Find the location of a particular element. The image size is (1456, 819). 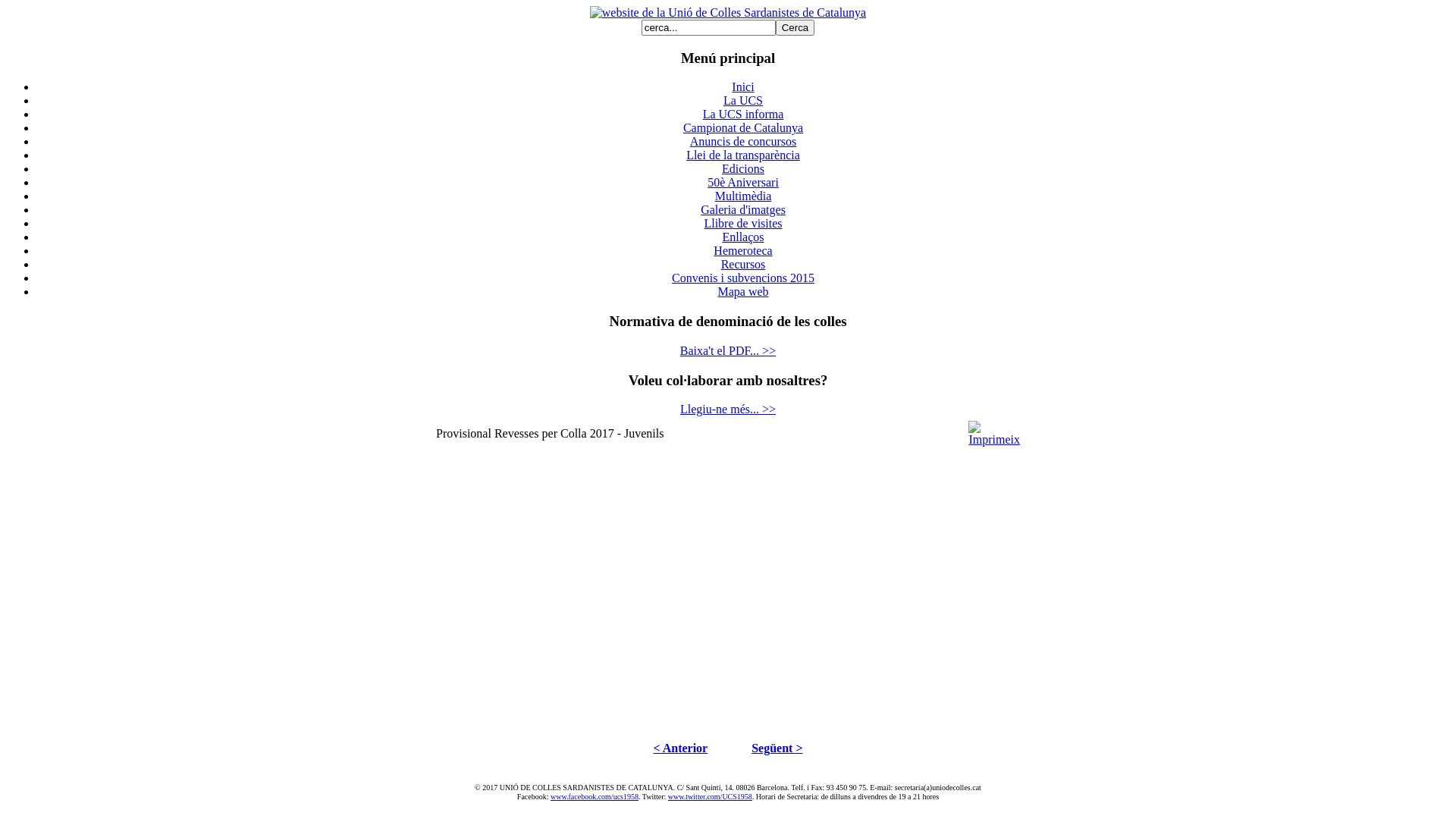

'Hemeroteca' is located at coordinates (742, 249).